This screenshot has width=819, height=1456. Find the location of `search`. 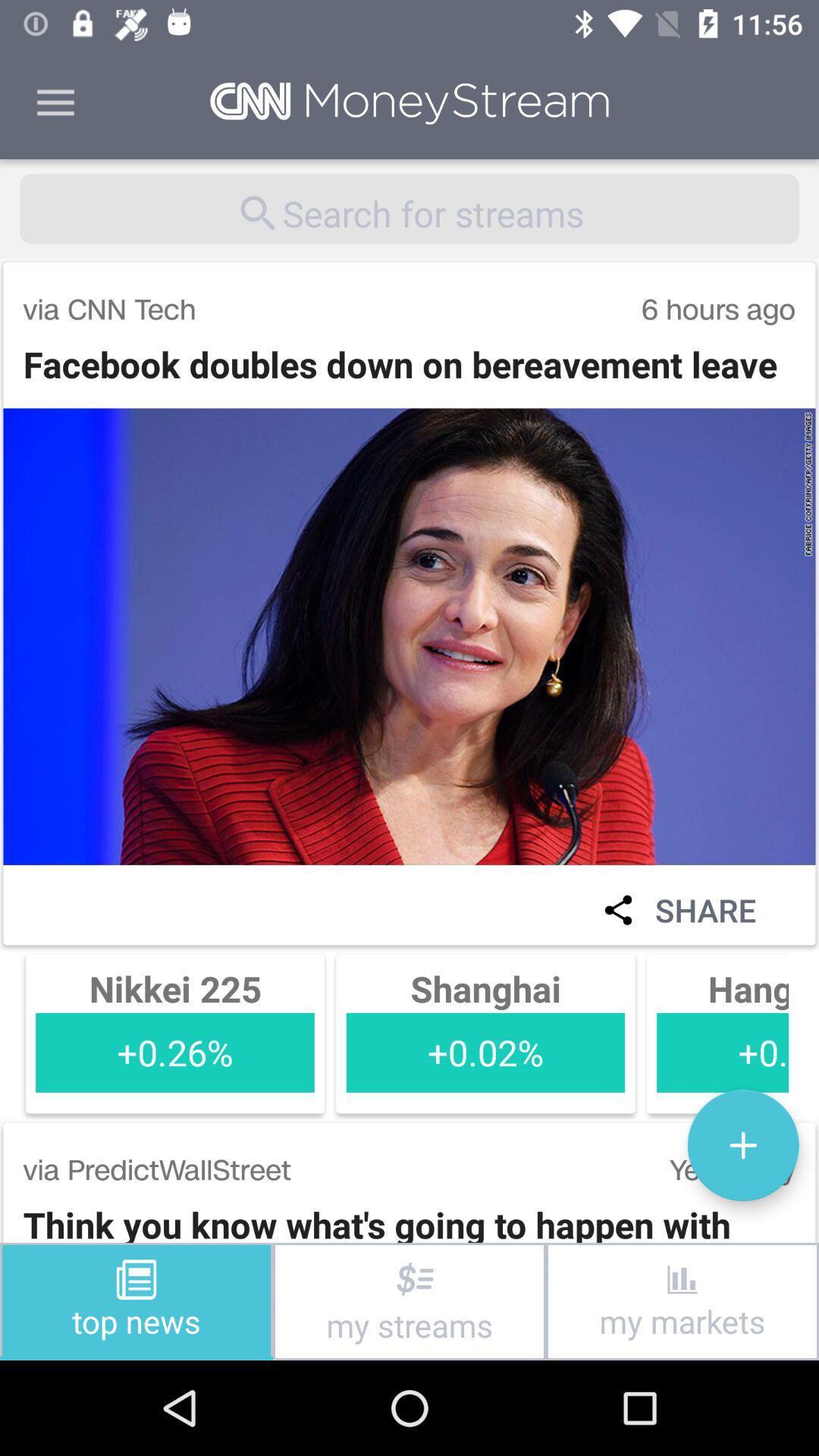

search is located at coordinates (409, 208).